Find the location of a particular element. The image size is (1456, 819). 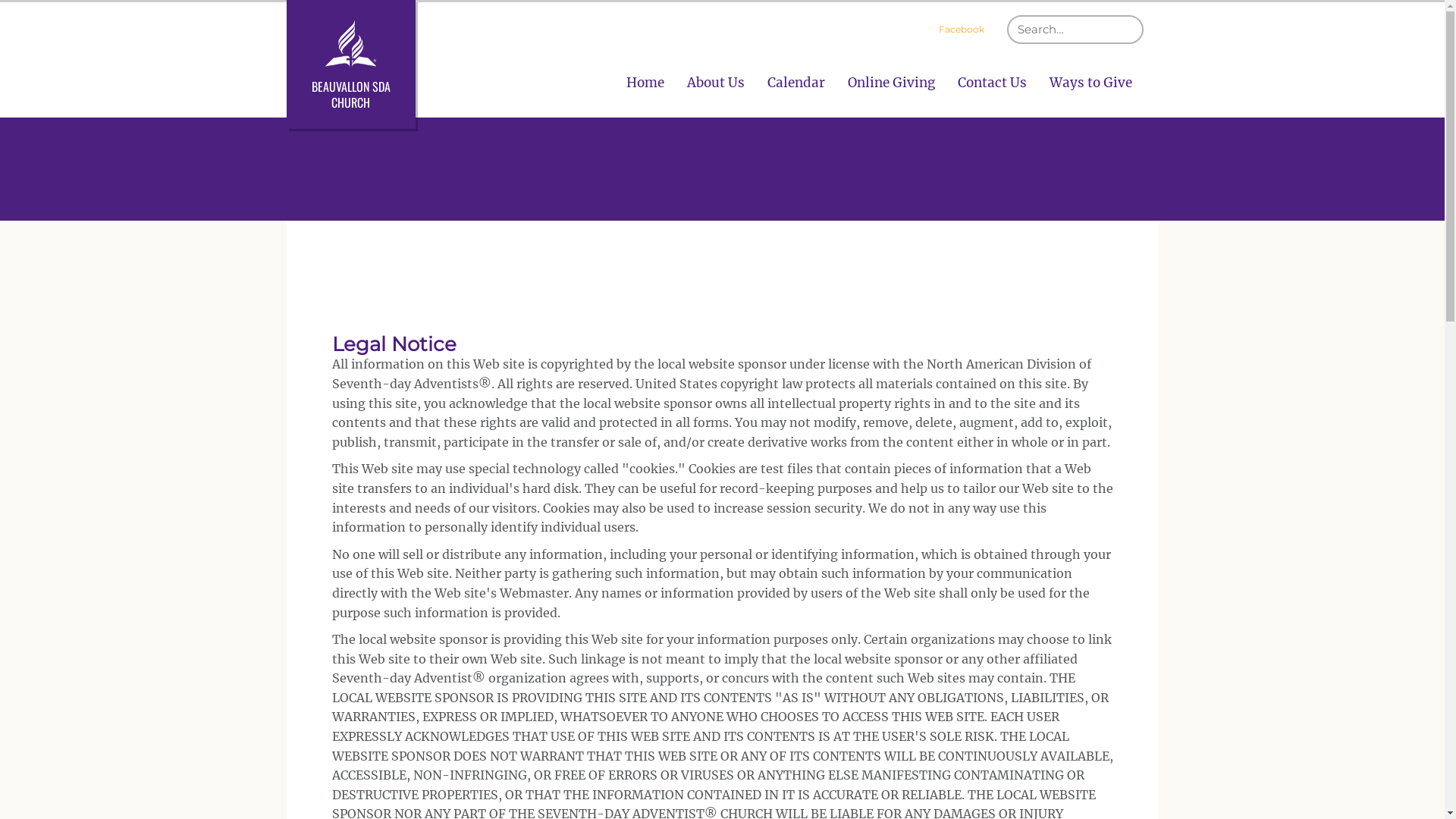

'Home' is located at coordinates (644, 82).